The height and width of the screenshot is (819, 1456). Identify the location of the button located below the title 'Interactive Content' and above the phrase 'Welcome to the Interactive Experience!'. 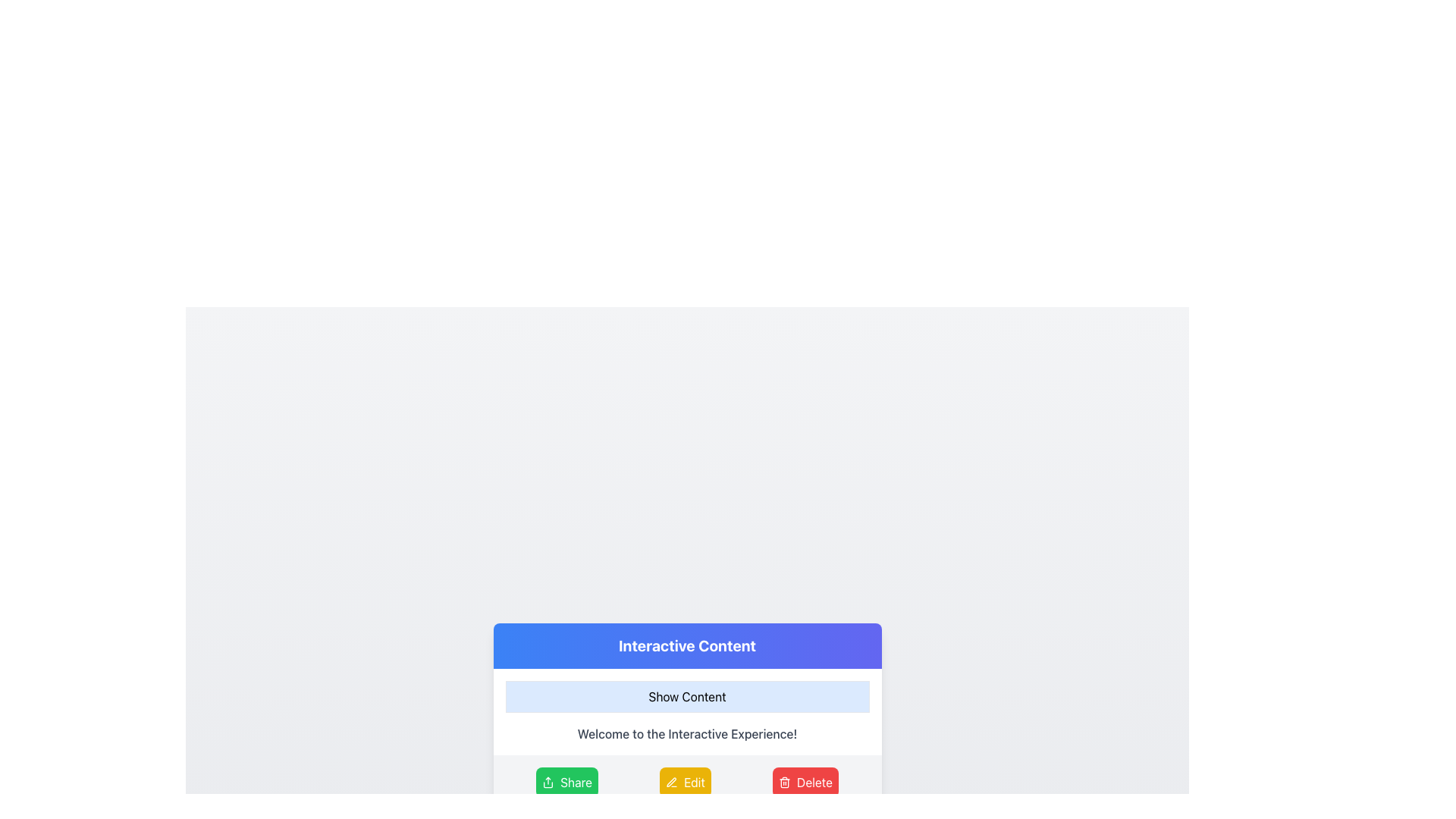
(686, 696).